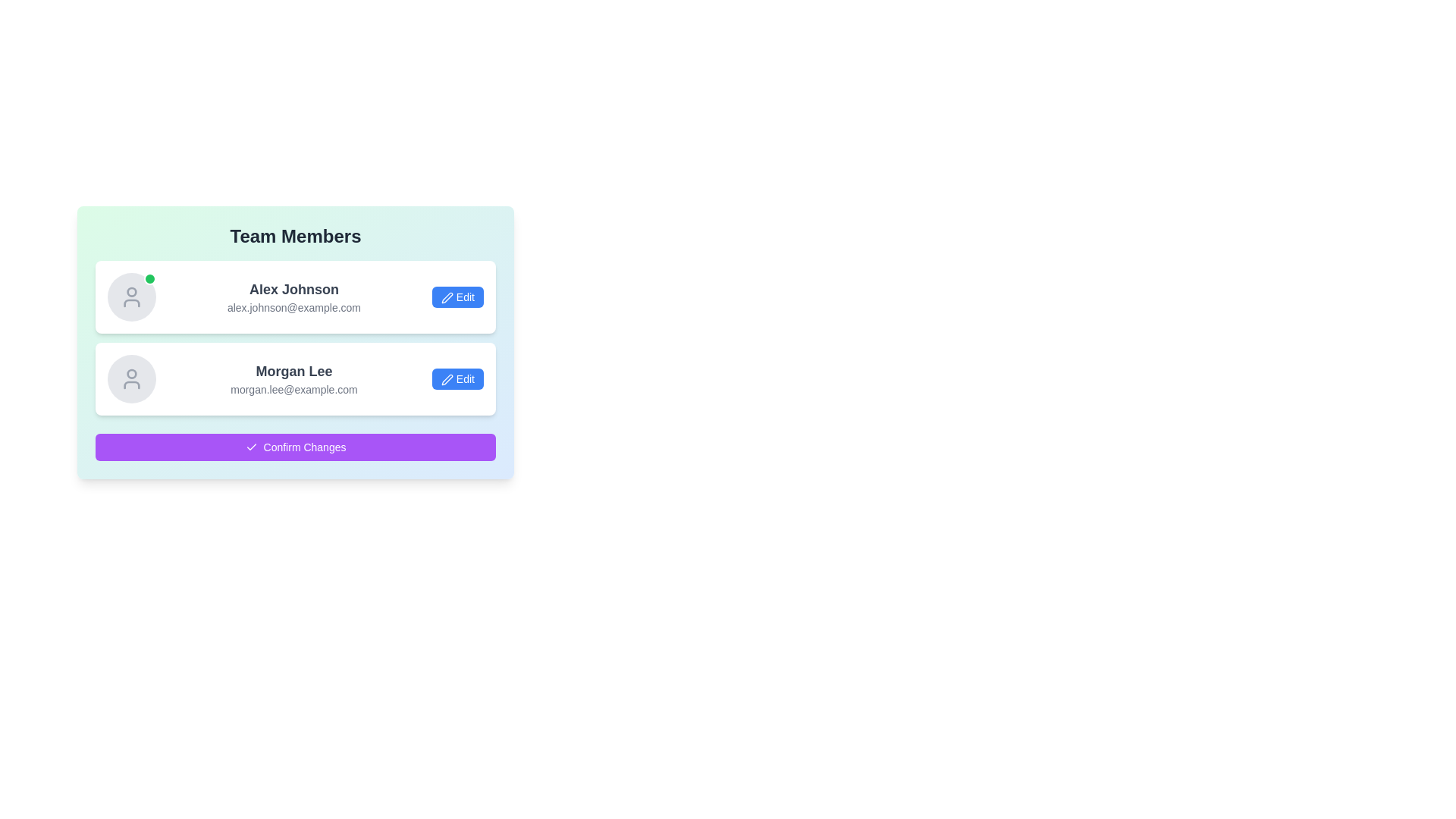  What do you see at coordinates (447, 298) in the screenshot?
I see `the edit button represented by the pen icon in the 'Team Members' section, which is adjacent to the text 'Edit'` at bounding box center [447, 298].